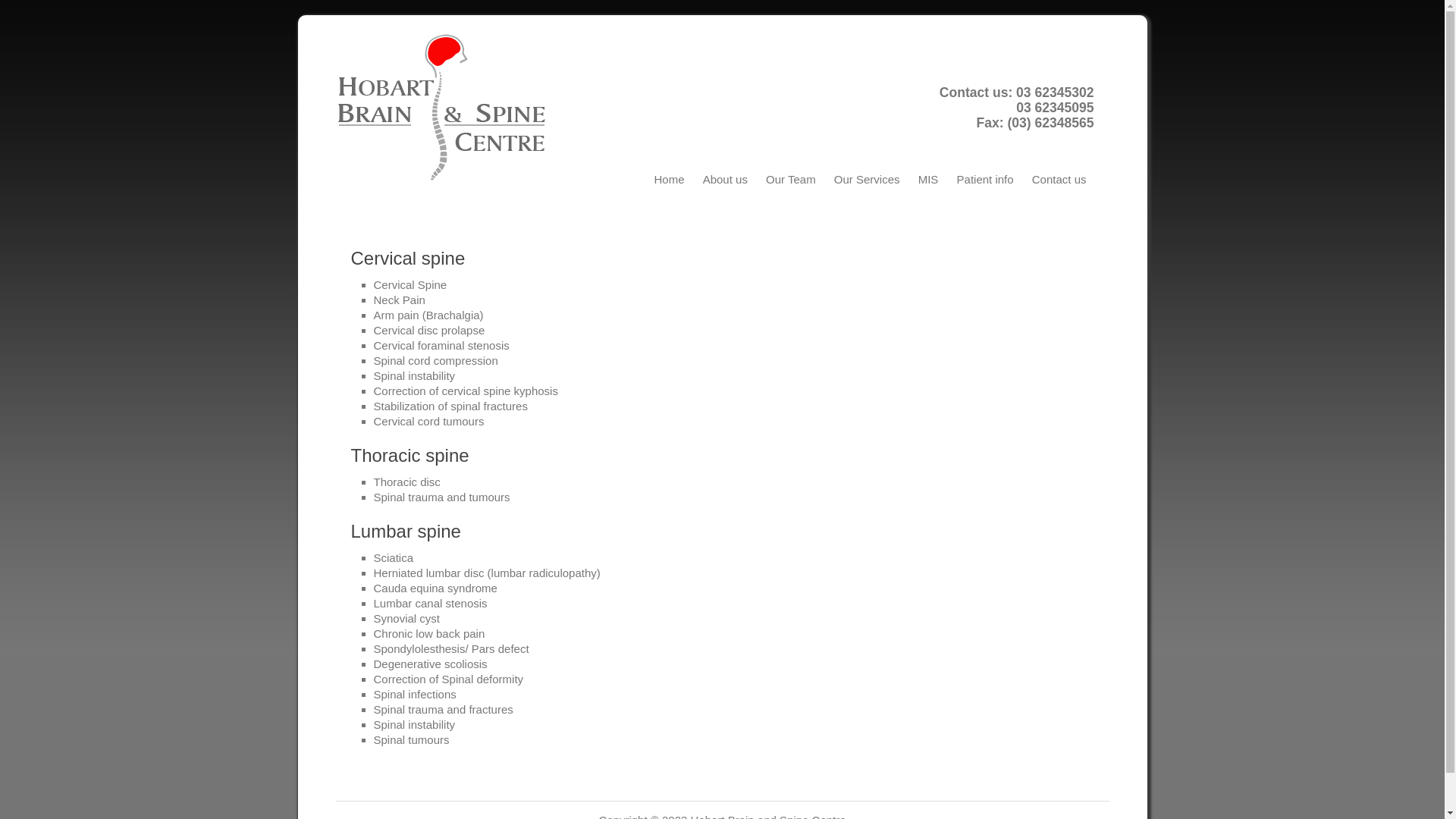  What do you see at coordinates (758, 178) in the screenshot?
I see `'Our Team'` at bounding box center [758, 178].